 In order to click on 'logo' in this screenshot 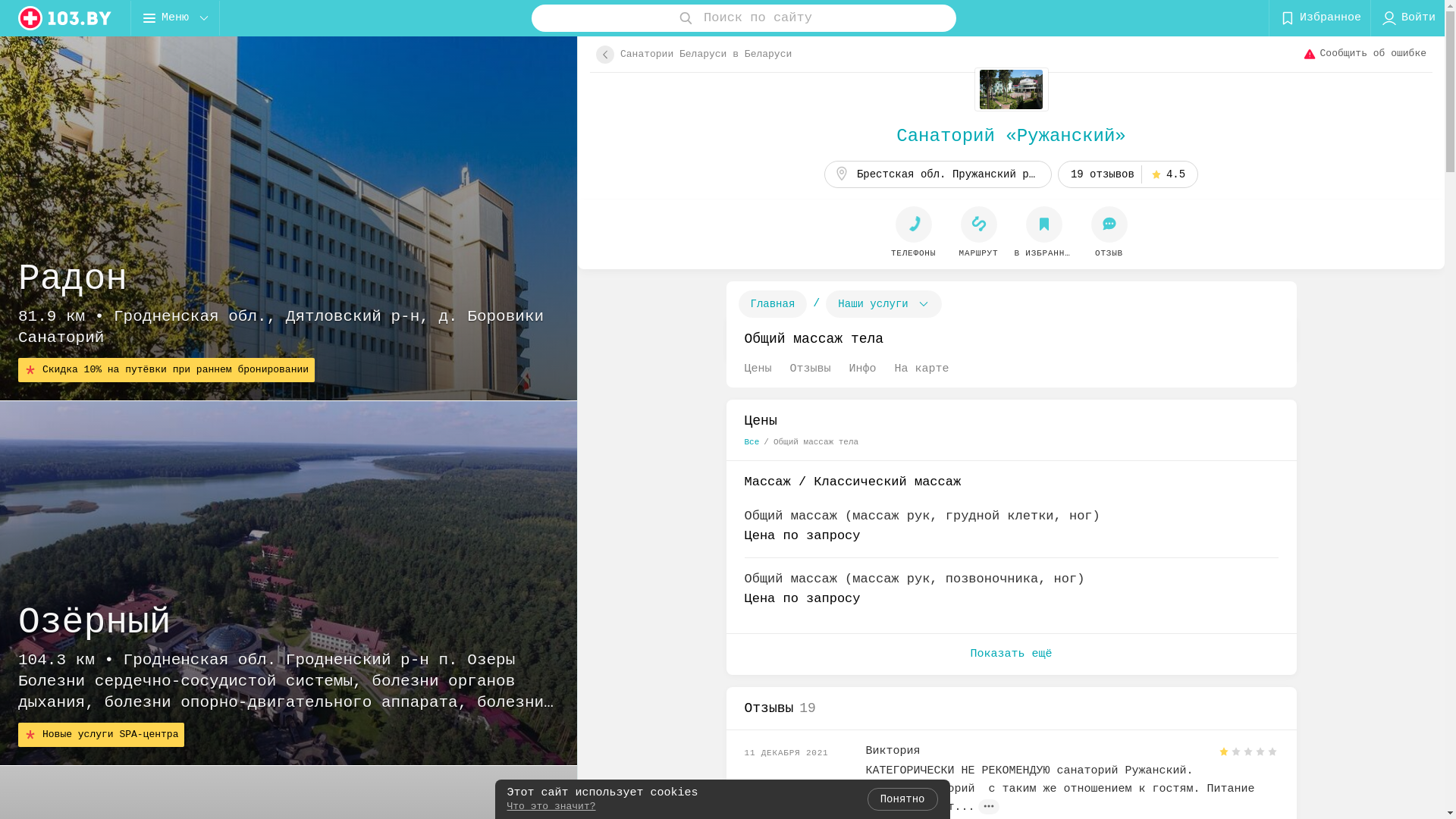, I will do `click(18, 17)`.